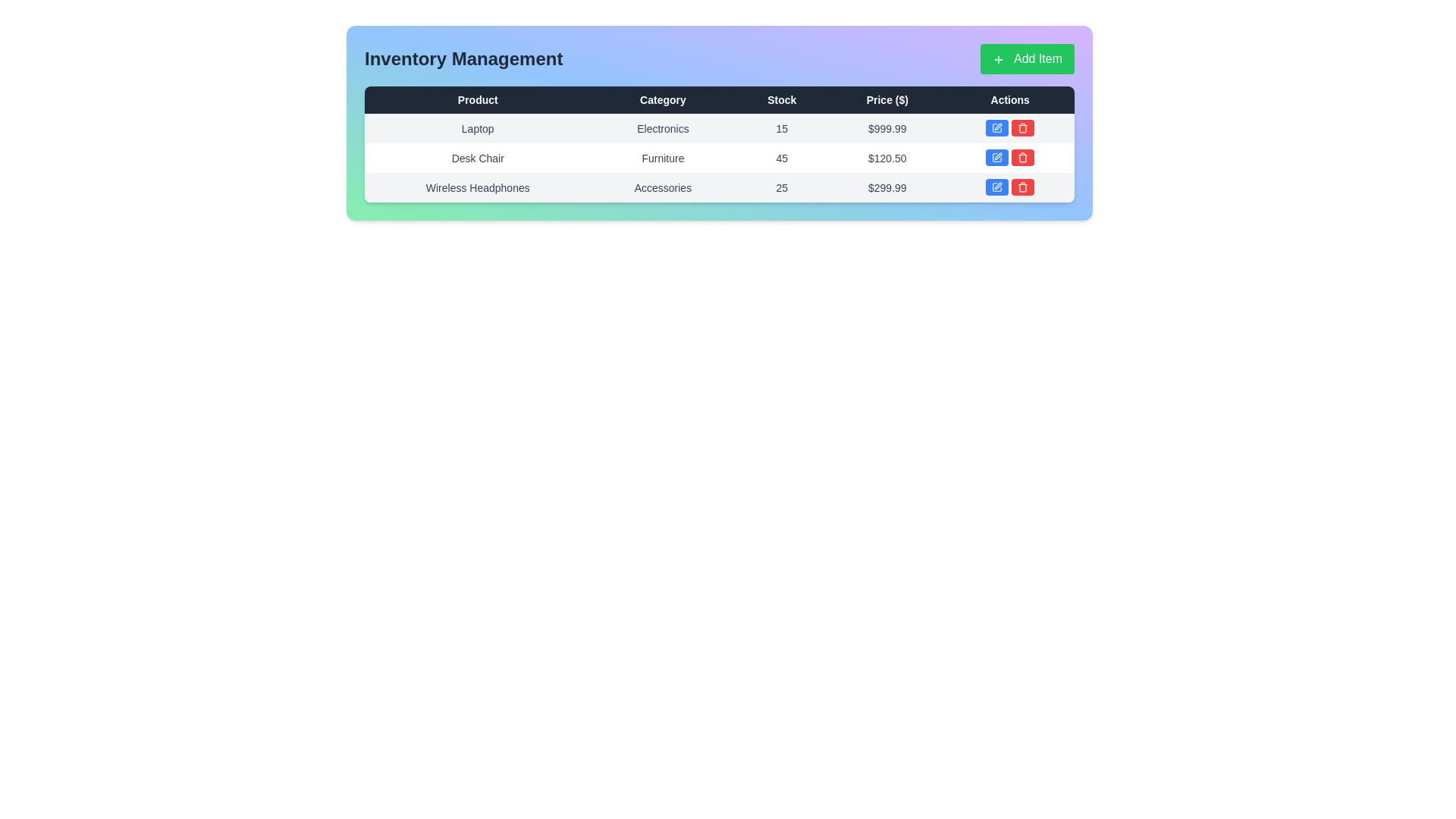 This screenshot has width=1456, height=819. I want to click on the text field labeled 'Accessories' located in the third row of the table under the 'Category' column for the product 'Wireless Headphones', so click(663, 187).